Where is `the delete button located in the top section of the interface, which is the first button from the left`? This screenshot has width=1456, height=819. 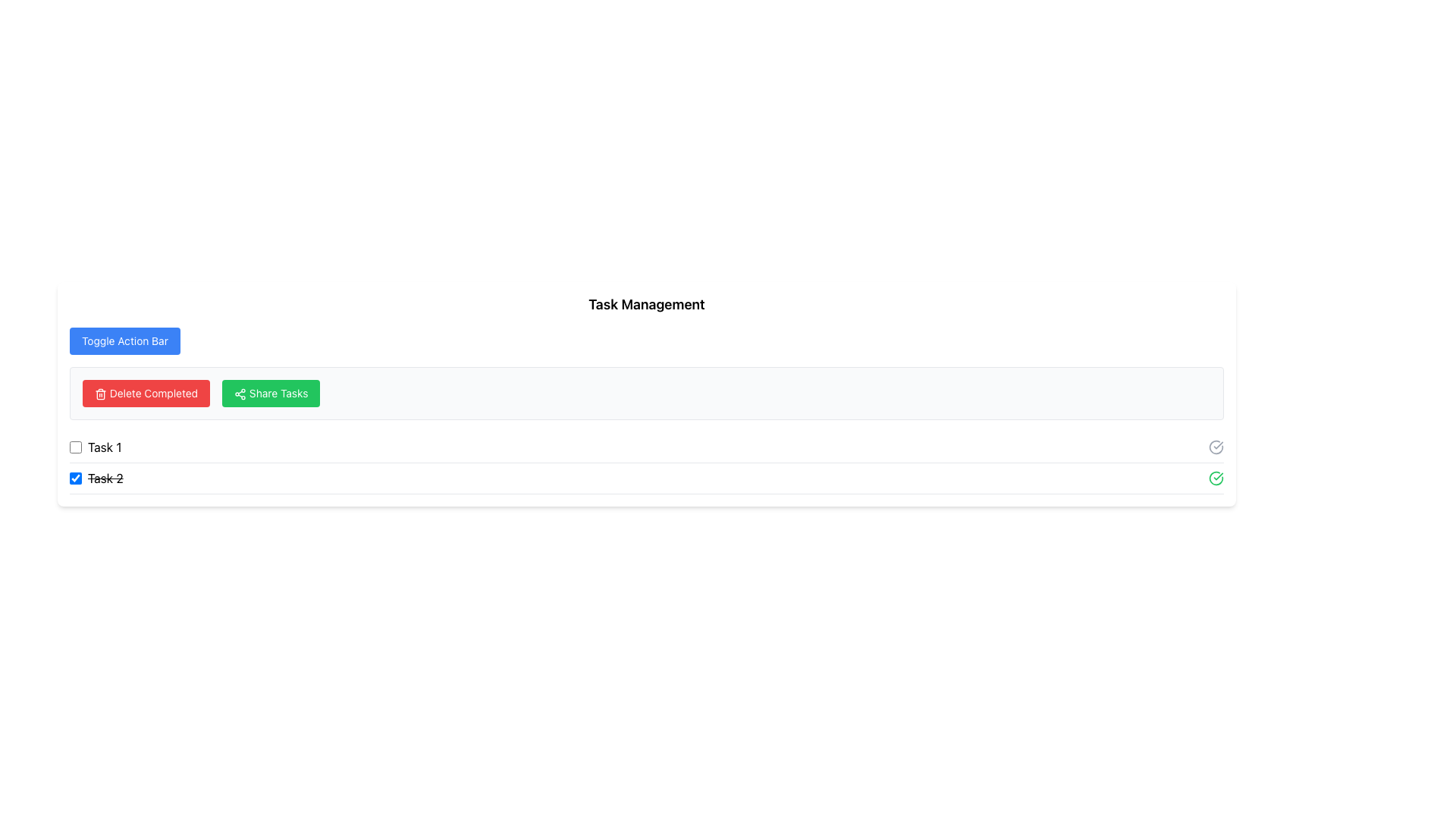
the delete button located in the top section of the interface, which is the first button from the left is located at coordinates (146, 393).